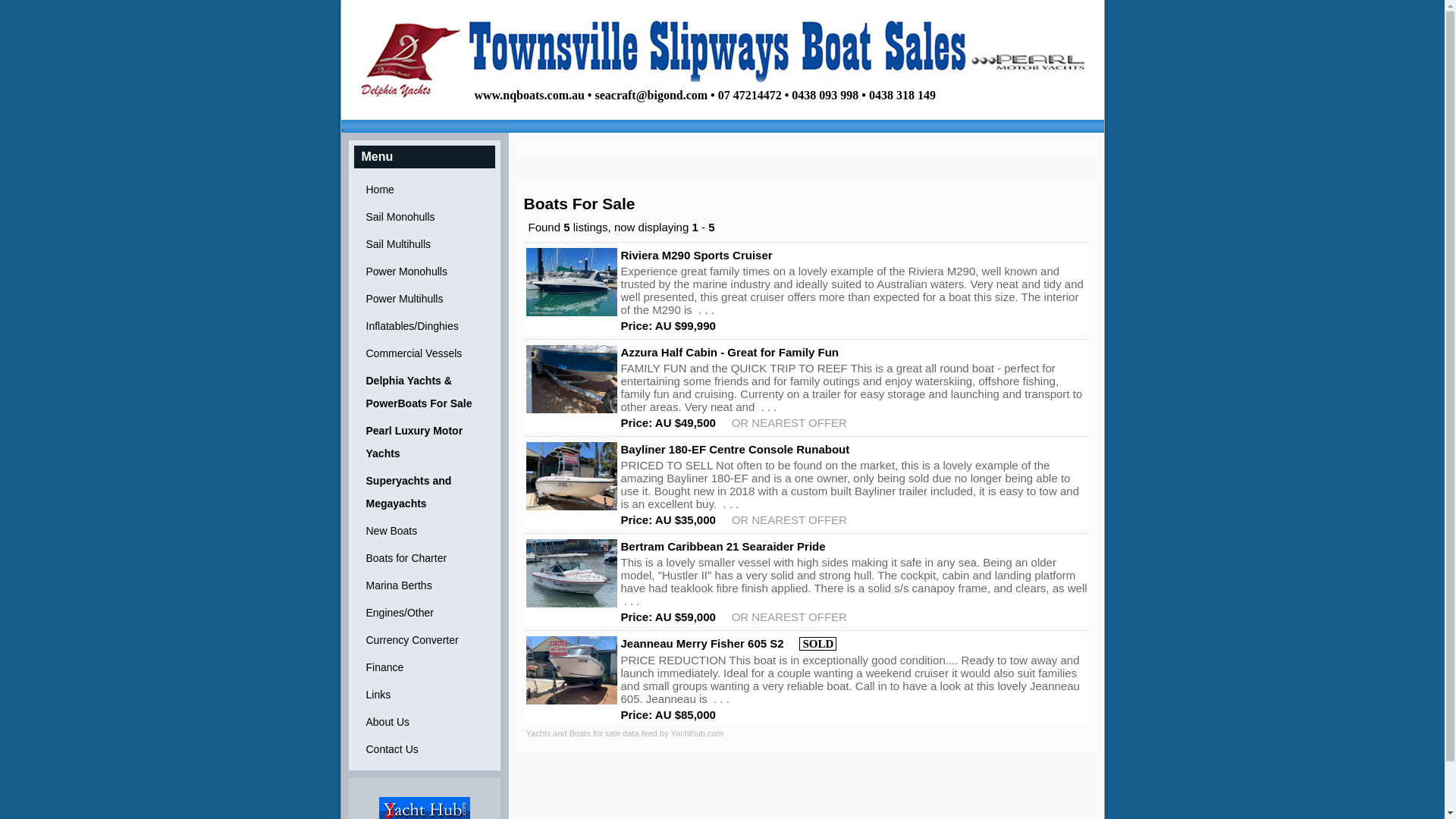 The image size is (1456, 819). What do you see at coordinates (356, 298) in the screenshot?
I see `'Power Multihulls'` at bounding box center [356, 298].